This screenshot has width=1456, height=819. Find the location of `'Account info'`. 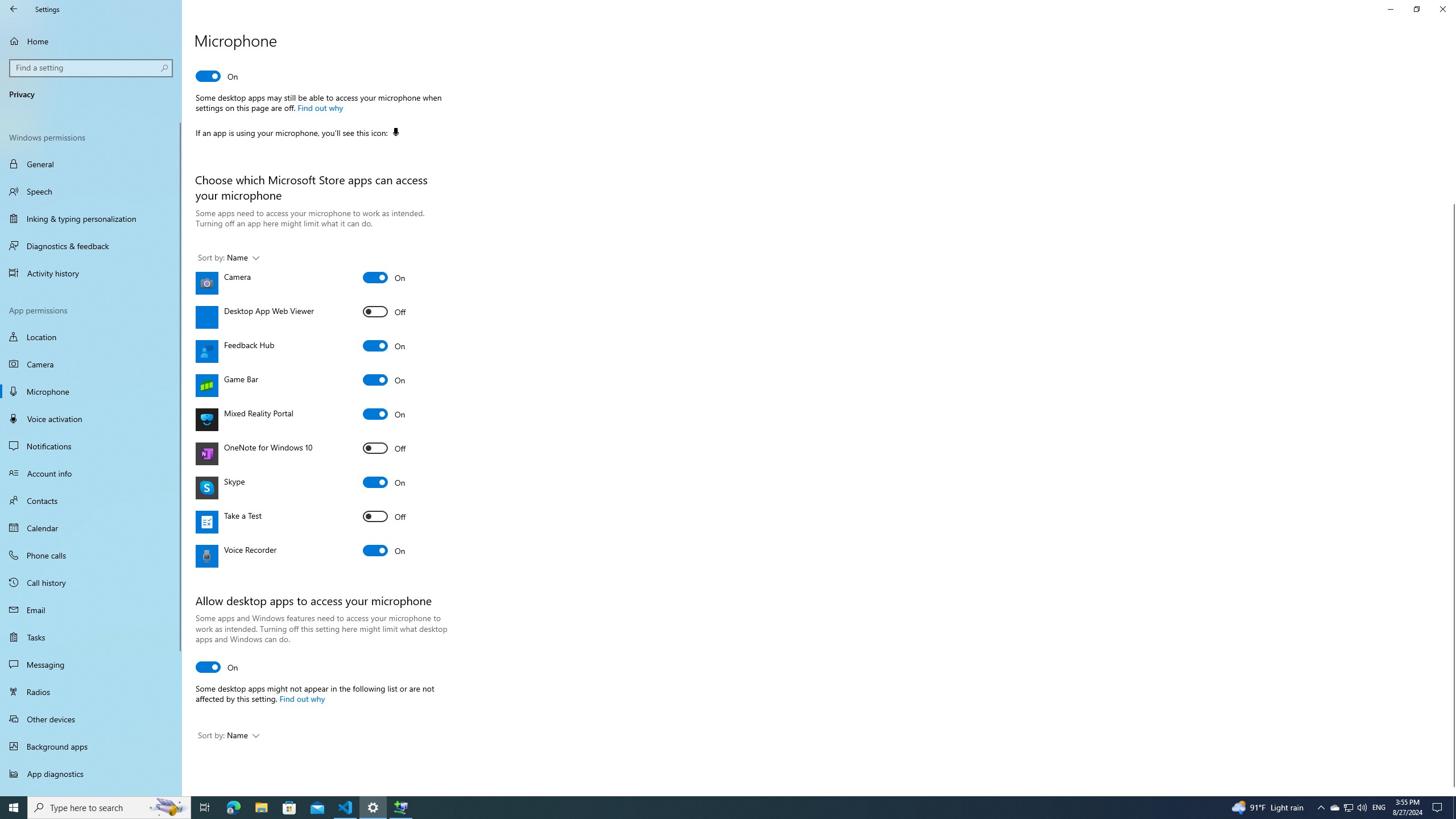

'Account info' is located at coordinates (90, 473).